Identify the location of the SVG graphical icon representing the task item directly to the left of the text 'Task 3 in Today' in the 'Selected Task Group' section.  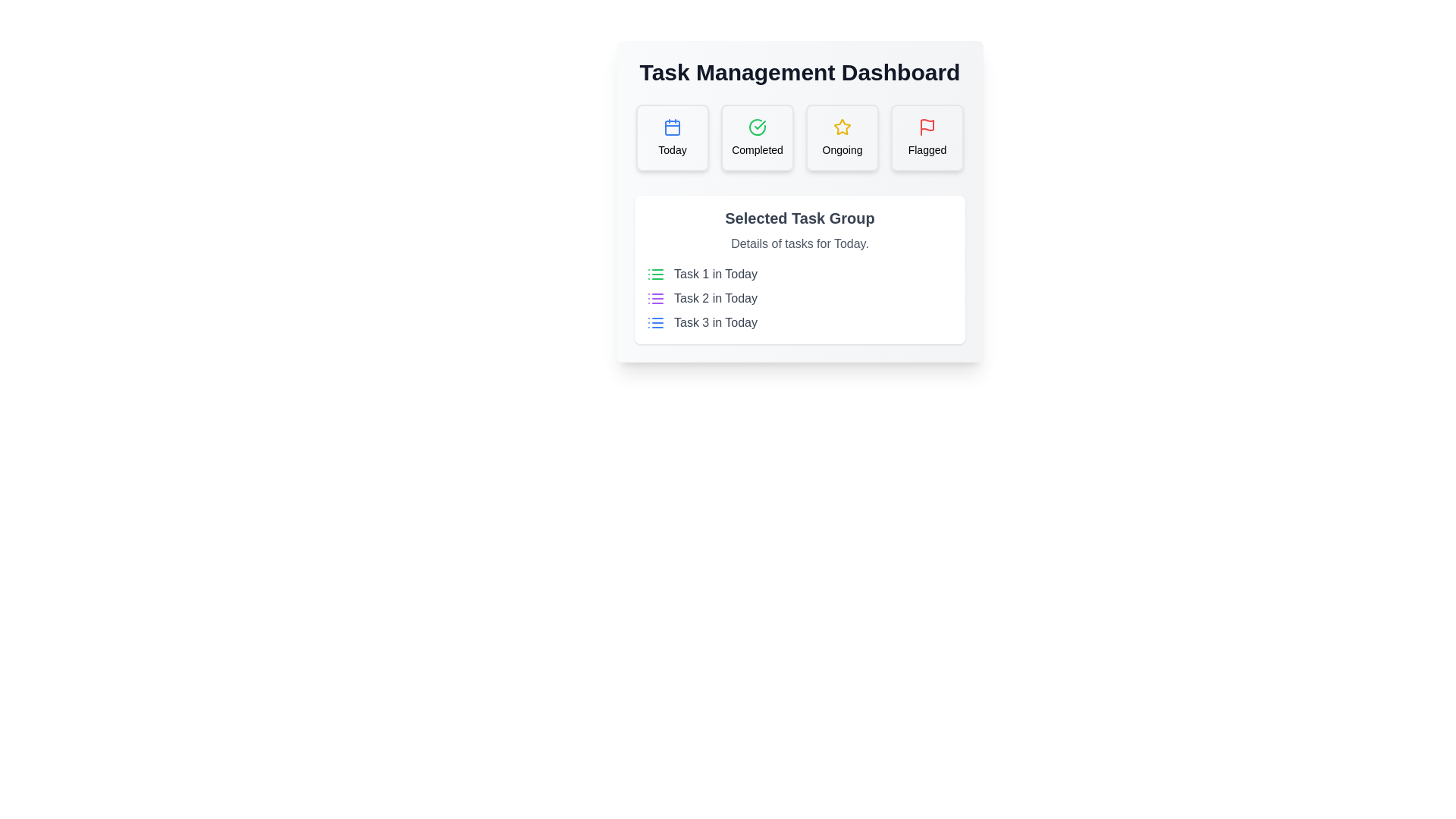
(655, 322).